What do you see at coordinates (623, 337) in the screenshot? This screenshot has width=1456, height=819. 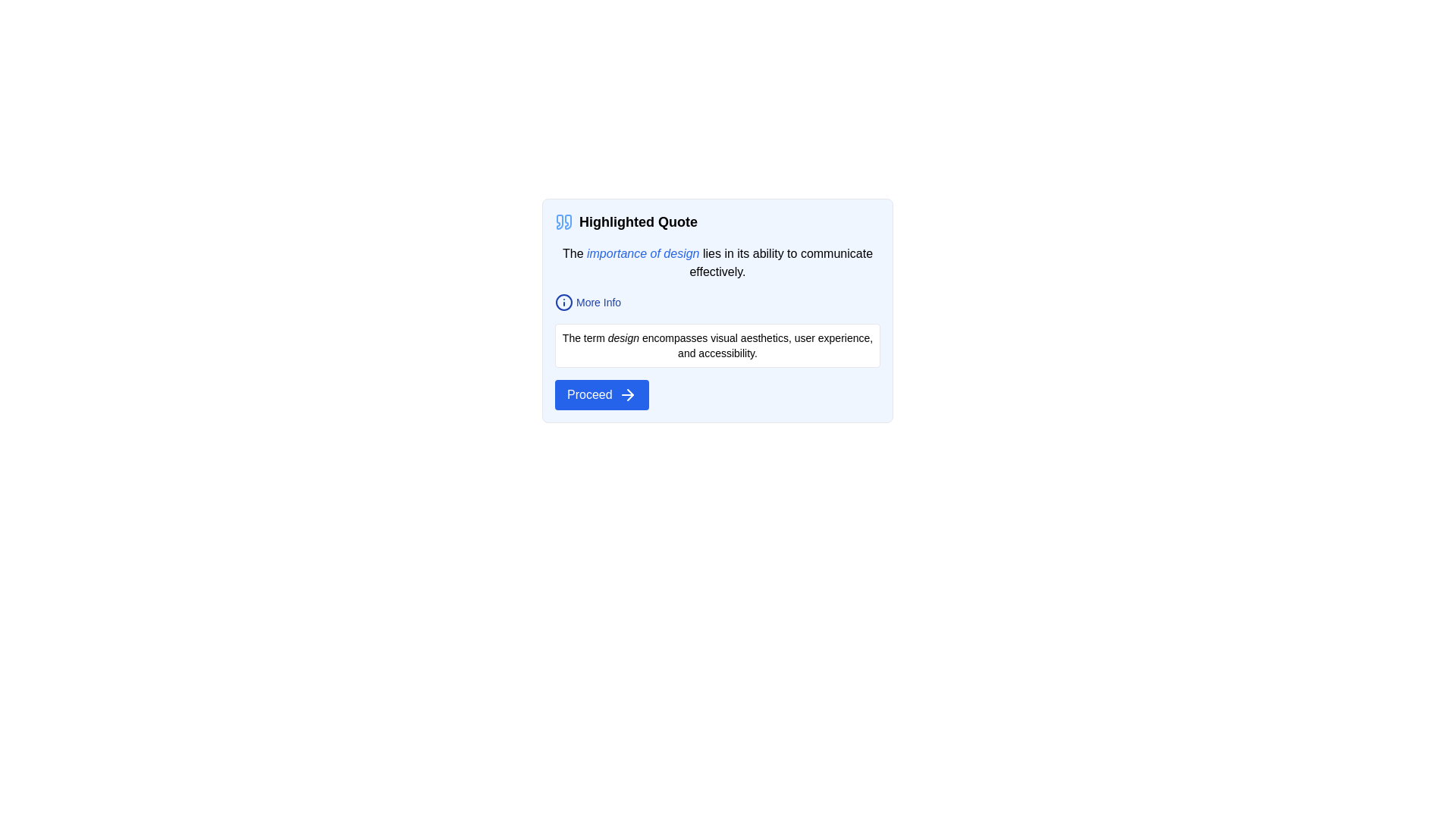 I see `the text element containing the word 'design' within the informational dialog box, which is part of the sentence describing visual aesthetics, user experience, and accessibility` at bounding box center [623, 337].